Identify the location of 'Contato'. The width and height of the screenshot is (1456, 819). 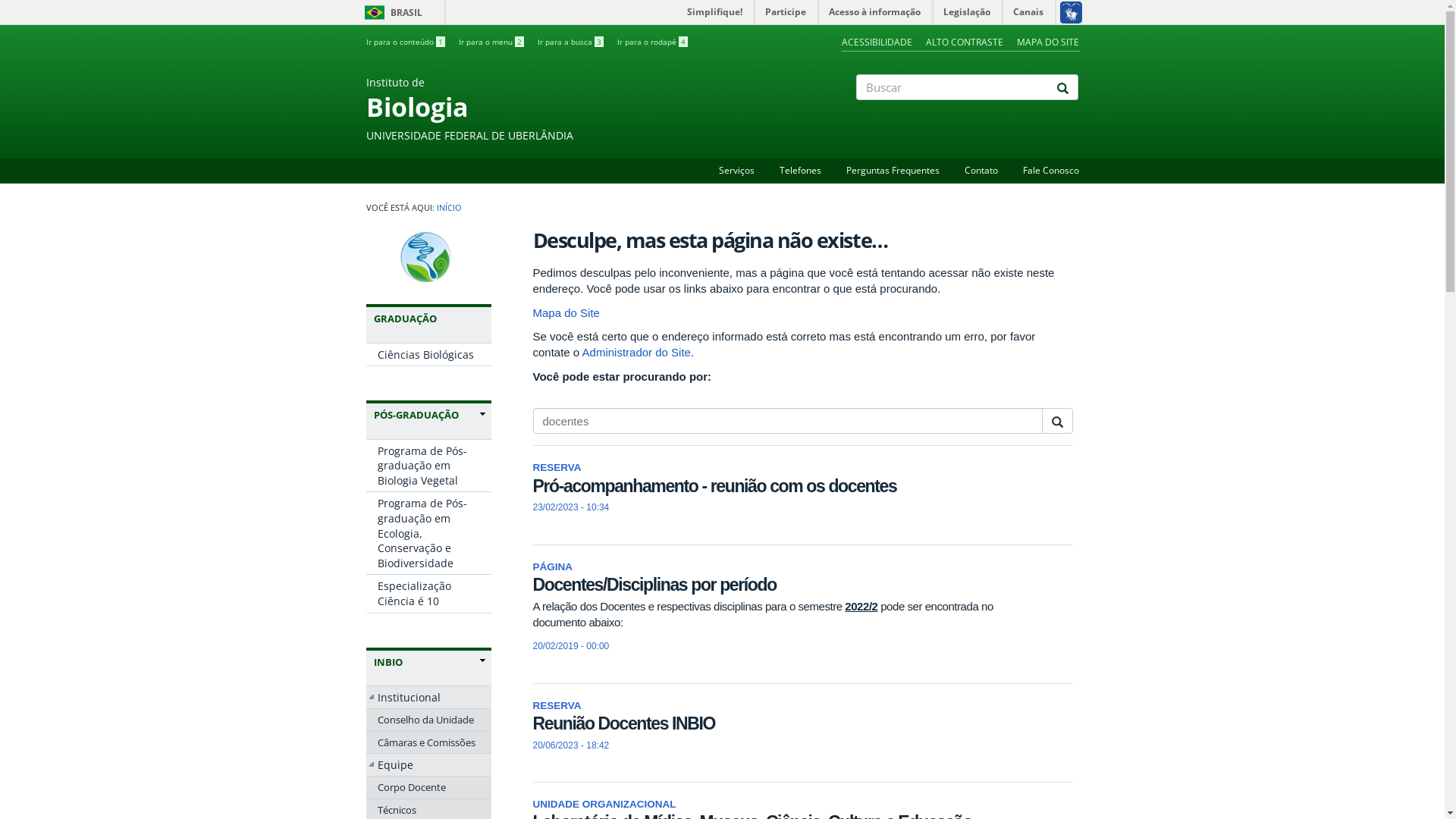
(981, 170).